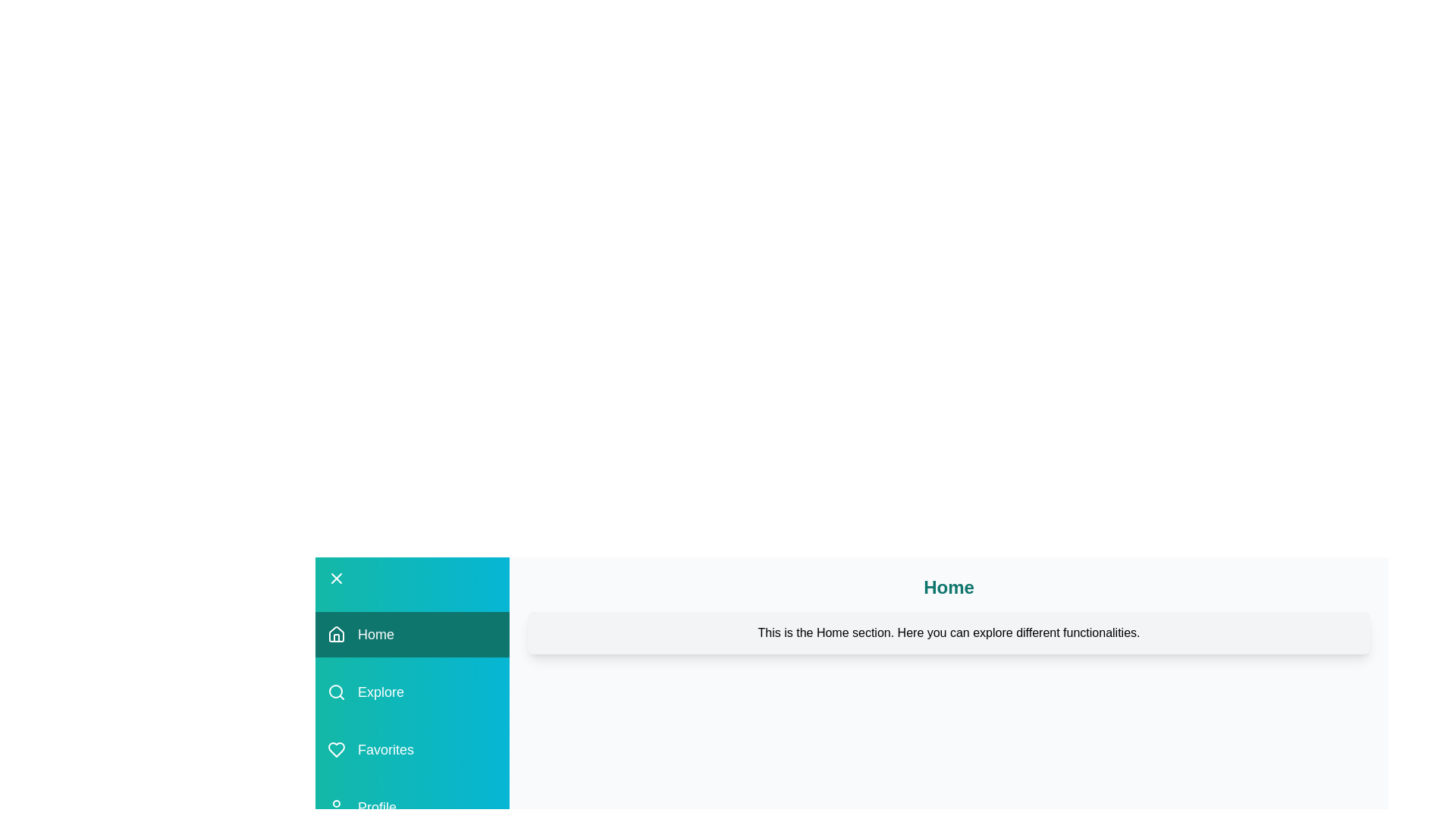  Describe the element at coordinates (412, 635) in the screenshot. I see `the Home section in the menu` at that location.